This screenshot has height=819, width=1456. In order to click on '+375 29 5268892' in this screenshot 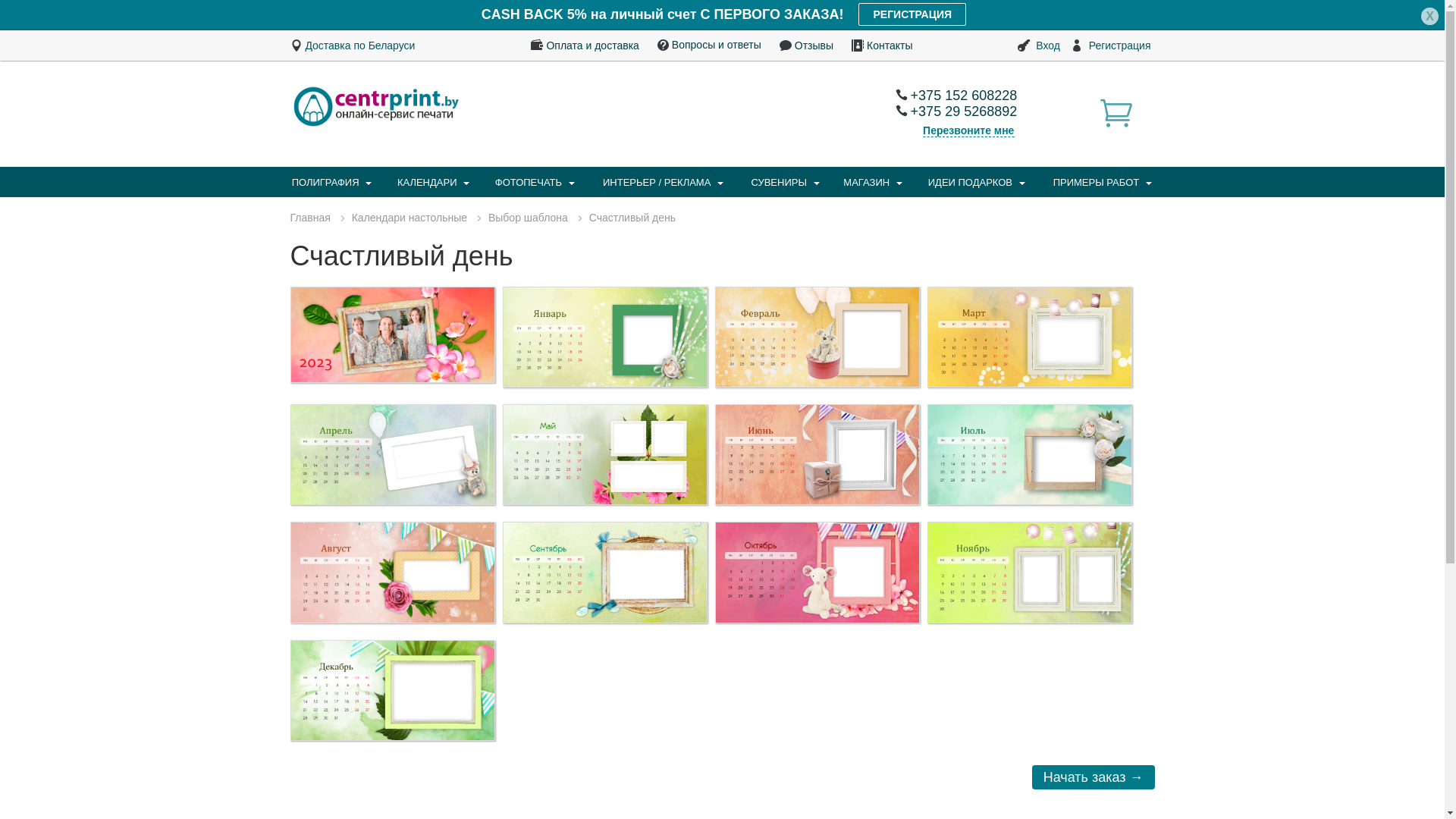, I will do `click(895, 110)`.